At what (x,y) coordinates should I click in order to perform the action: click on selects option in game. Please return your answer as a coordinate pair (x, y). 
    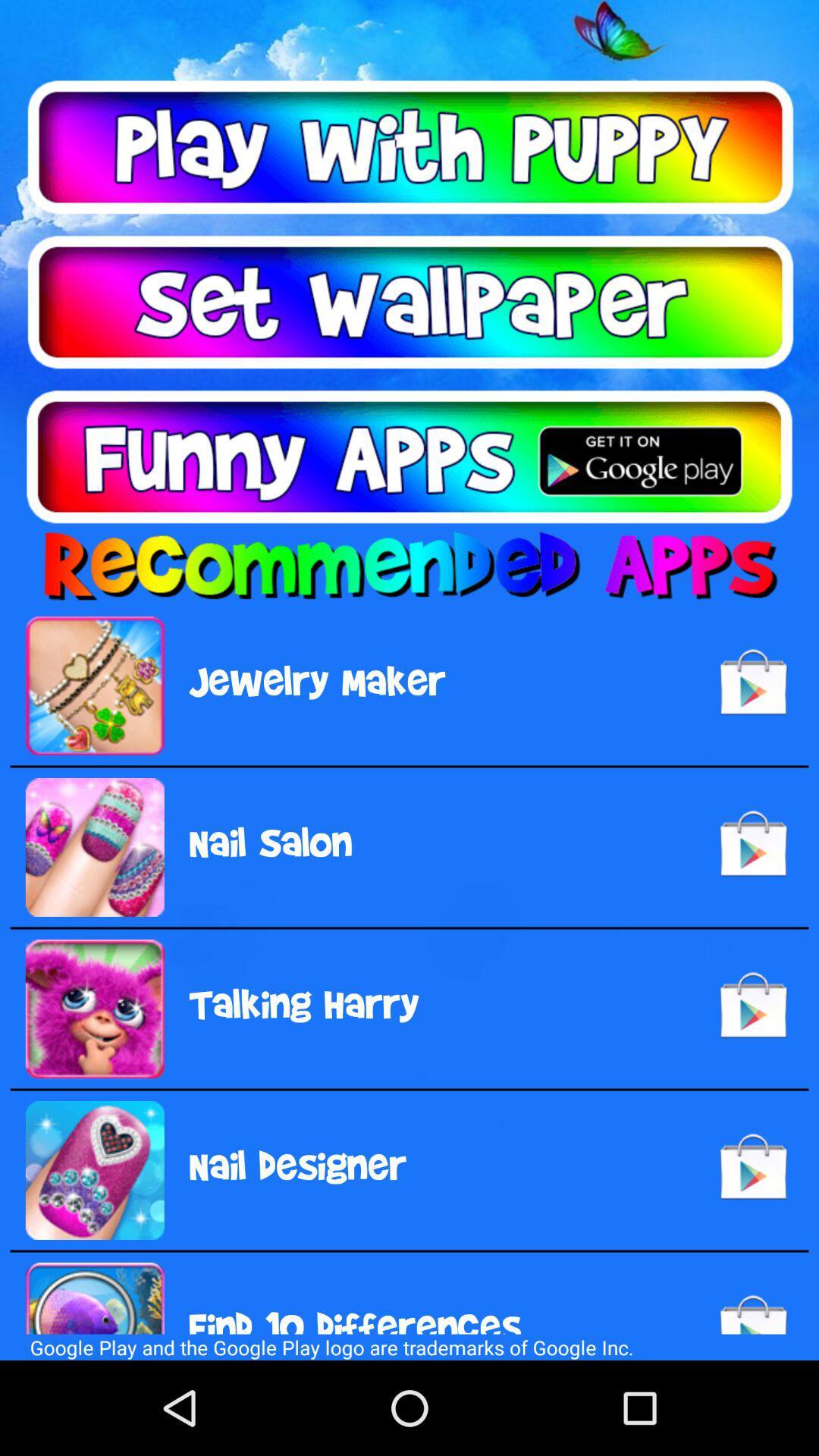
    Looking at the image, I should click on (409, 147).